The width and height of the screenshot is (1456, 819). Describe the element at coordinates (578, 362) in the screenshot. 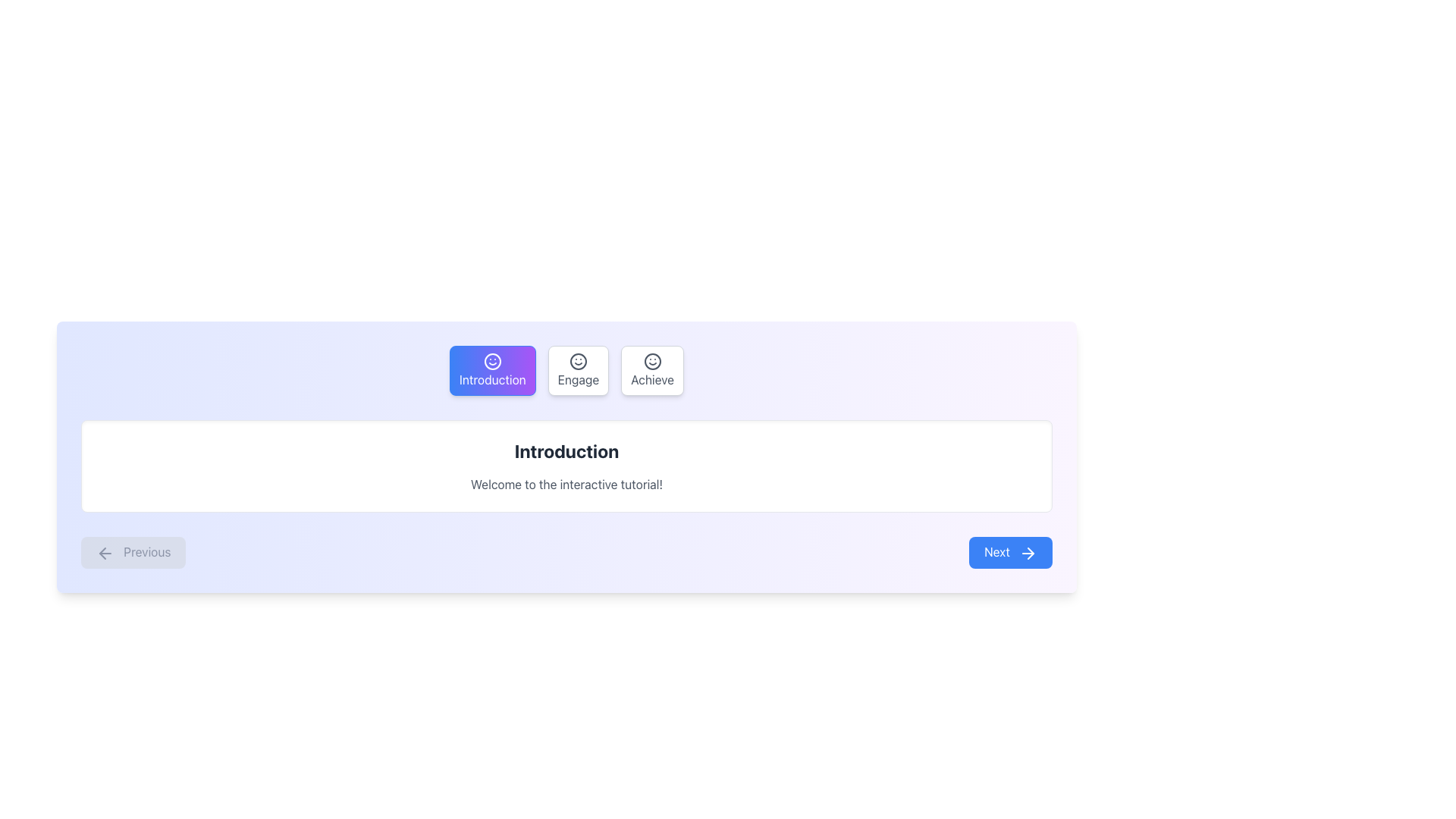

I see `the decorative SVG Circle that outlines the smiley face within the 'Engage' button, located at the center of the button between 'Introduction' and 'Achieve'` at that location.